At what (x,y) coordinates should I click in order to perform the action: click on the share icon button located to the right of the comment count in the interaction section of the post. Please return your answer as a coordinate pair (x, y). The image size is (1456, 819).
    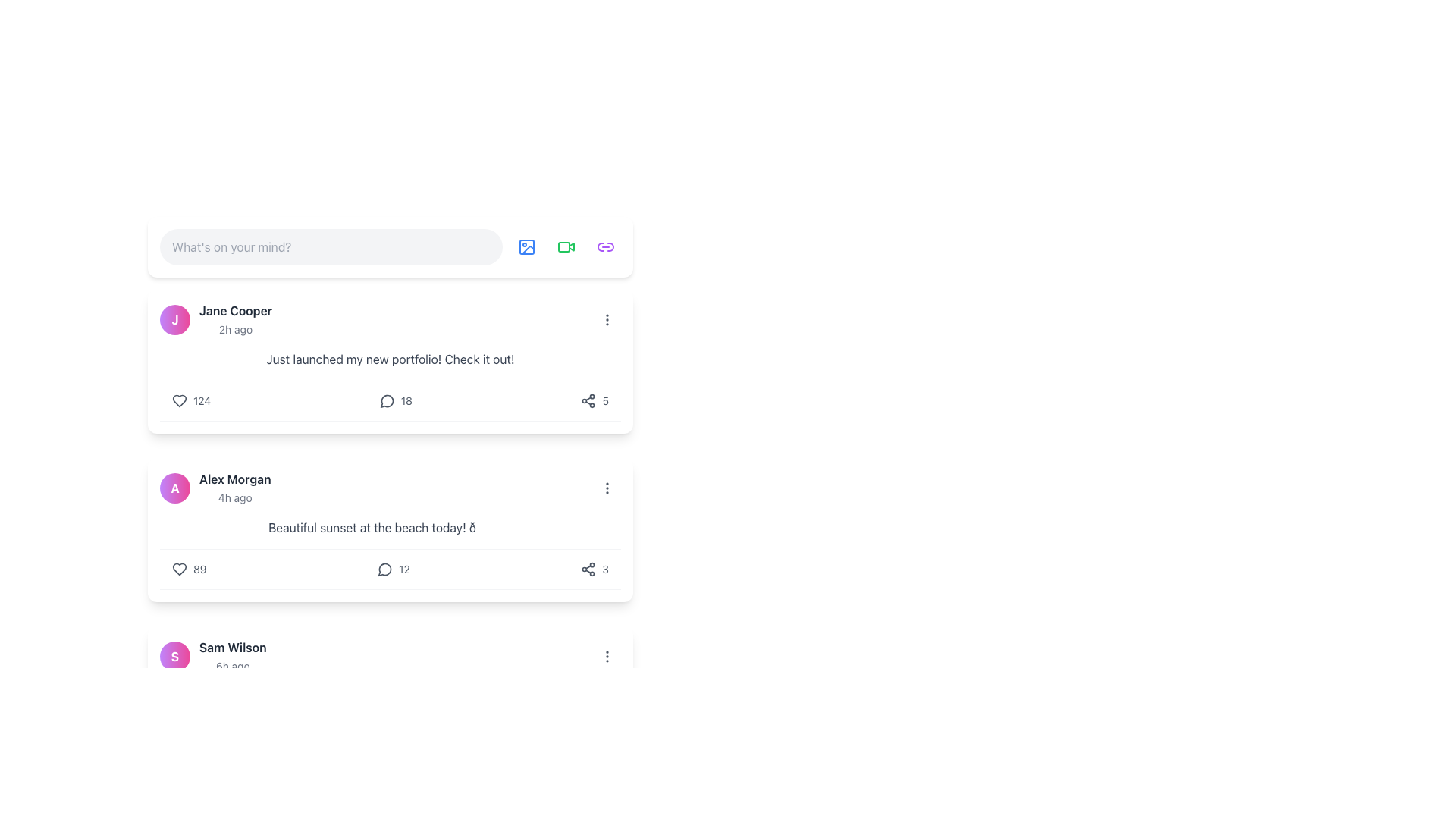
    Looking at the image, I should click on (588, 570).